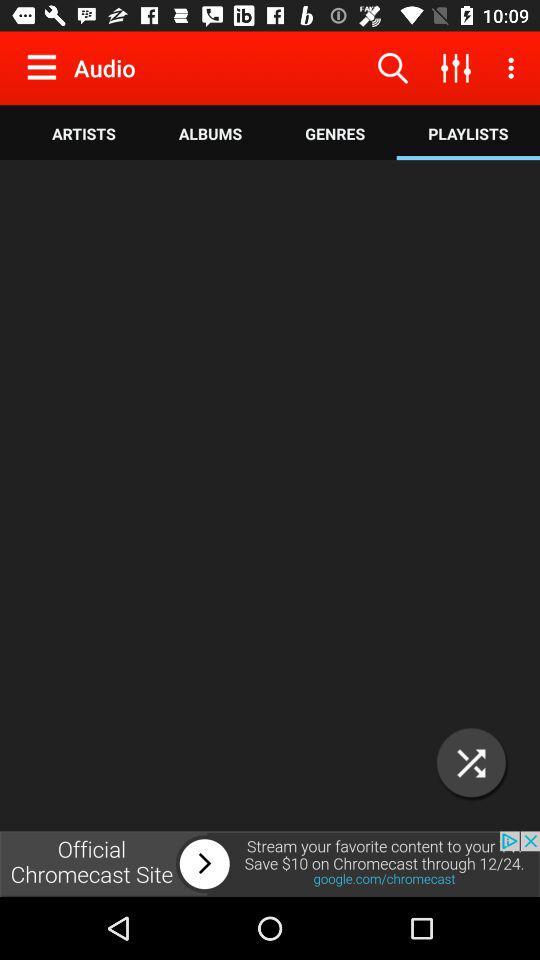 The width and height of the screenshot is (540, 960). Describe the element at coordinates (270, 496) in the screenshot. I see `music player option` at that location.